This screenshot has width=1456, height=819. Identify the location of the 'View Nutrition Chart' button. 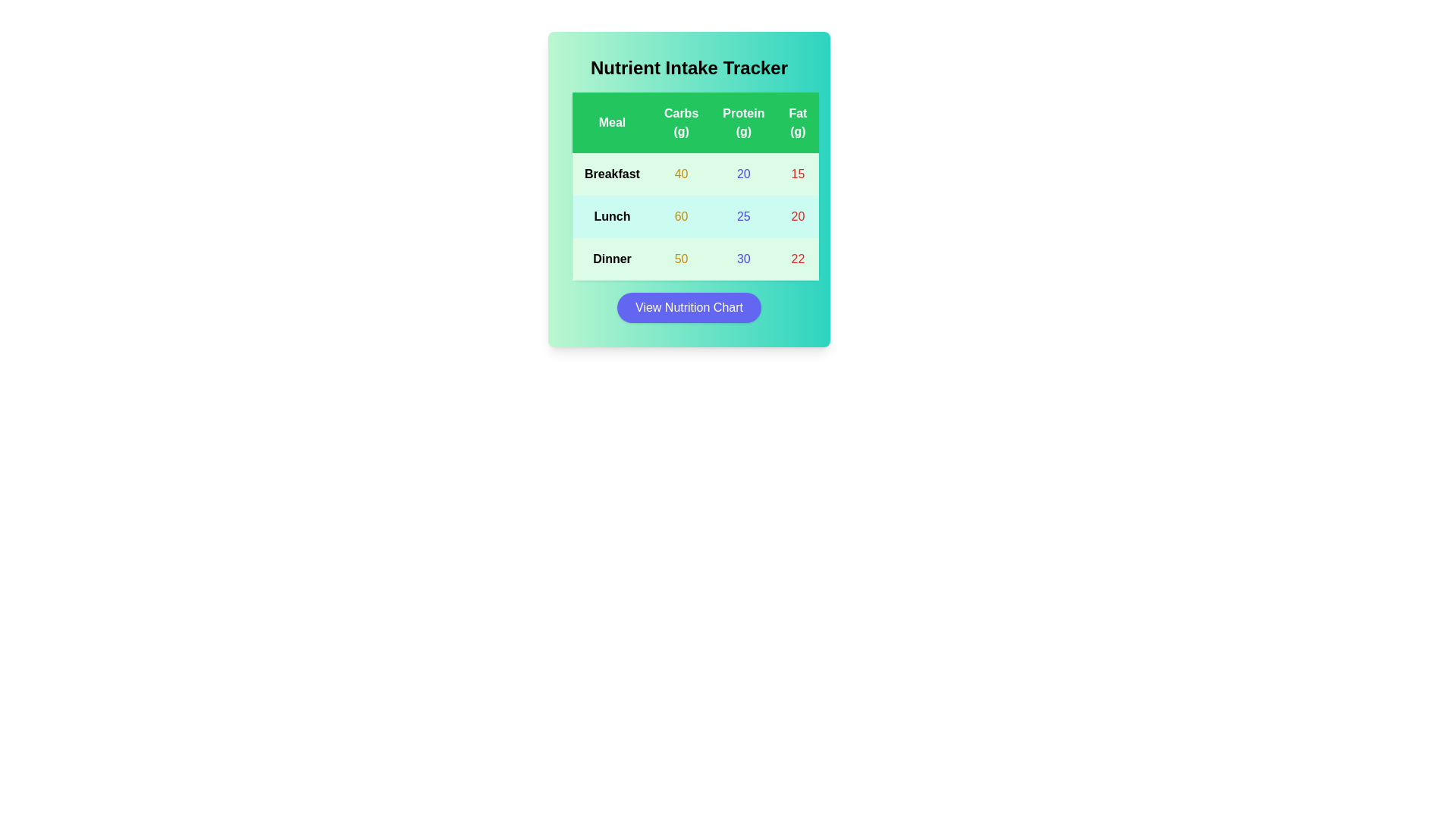
(688, 307).